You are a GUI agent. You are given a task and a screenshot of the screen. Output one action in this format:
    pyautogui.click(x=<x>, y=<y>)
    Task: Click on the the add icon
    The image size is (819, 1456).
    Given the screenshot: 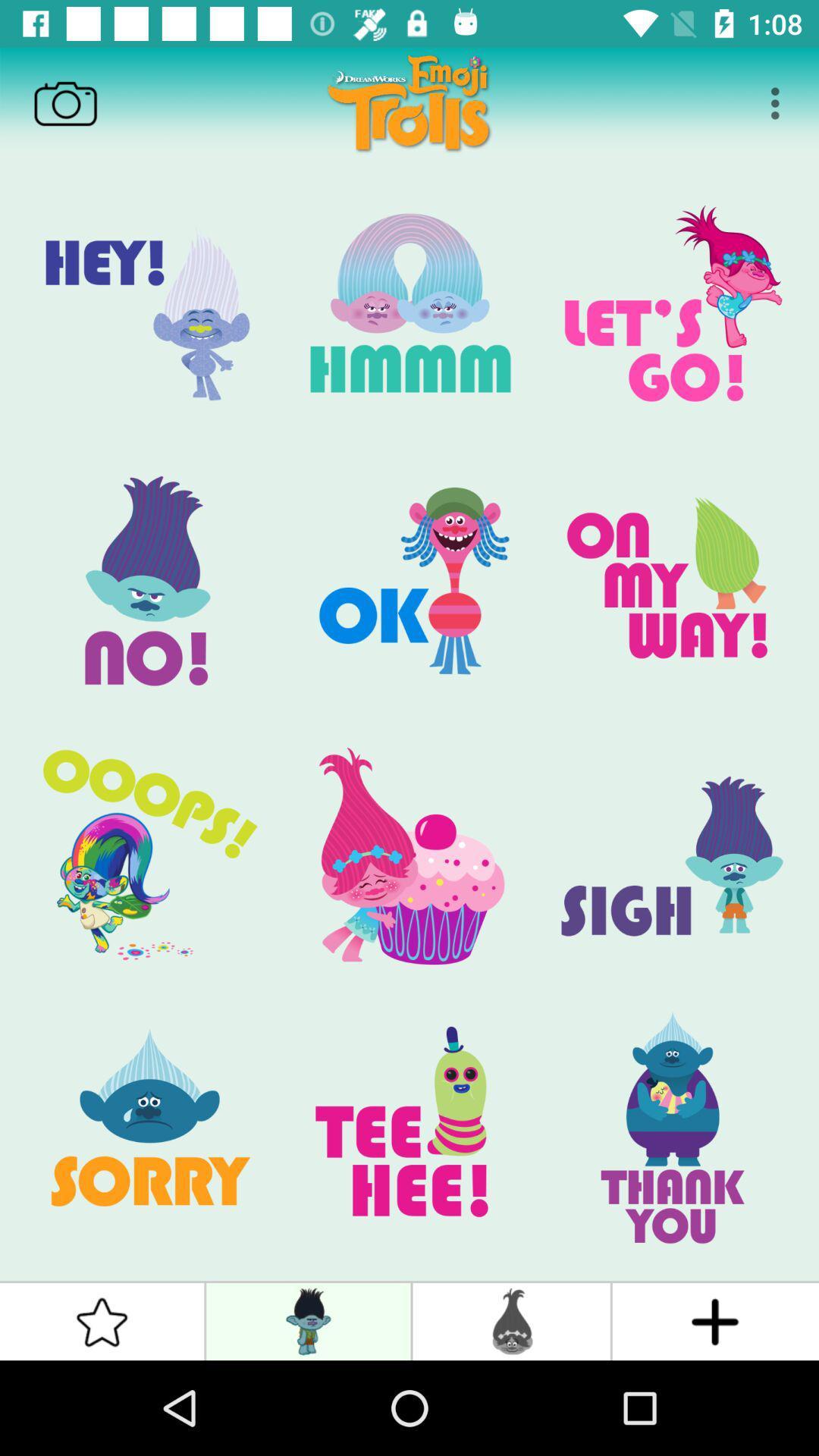 What is the action you would take?
    pyautogui.click(x=715, y=1320)
    